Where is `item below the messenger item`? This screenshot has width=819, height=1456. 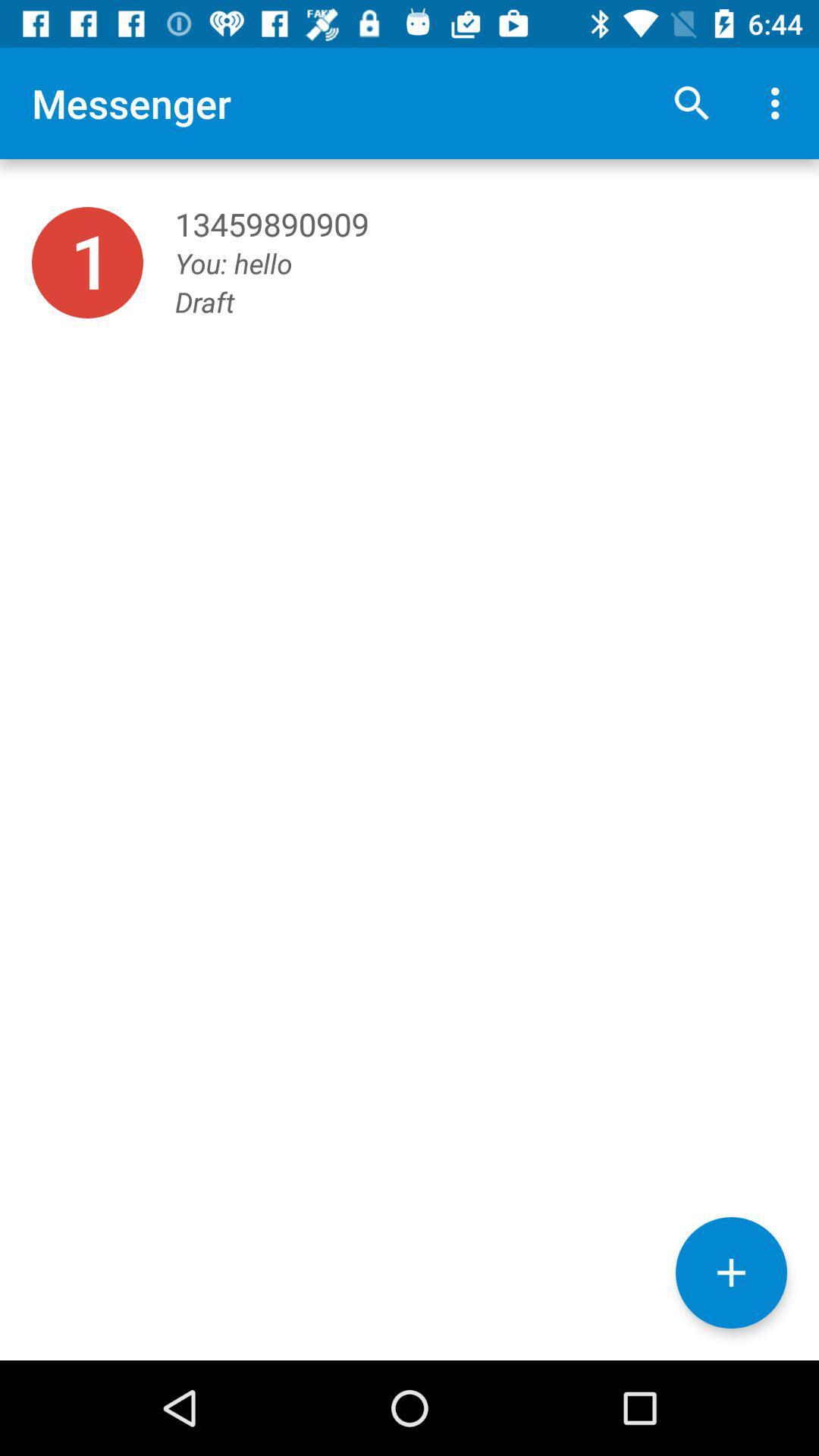 item below the messenger item is located at coordinates (87, 262).